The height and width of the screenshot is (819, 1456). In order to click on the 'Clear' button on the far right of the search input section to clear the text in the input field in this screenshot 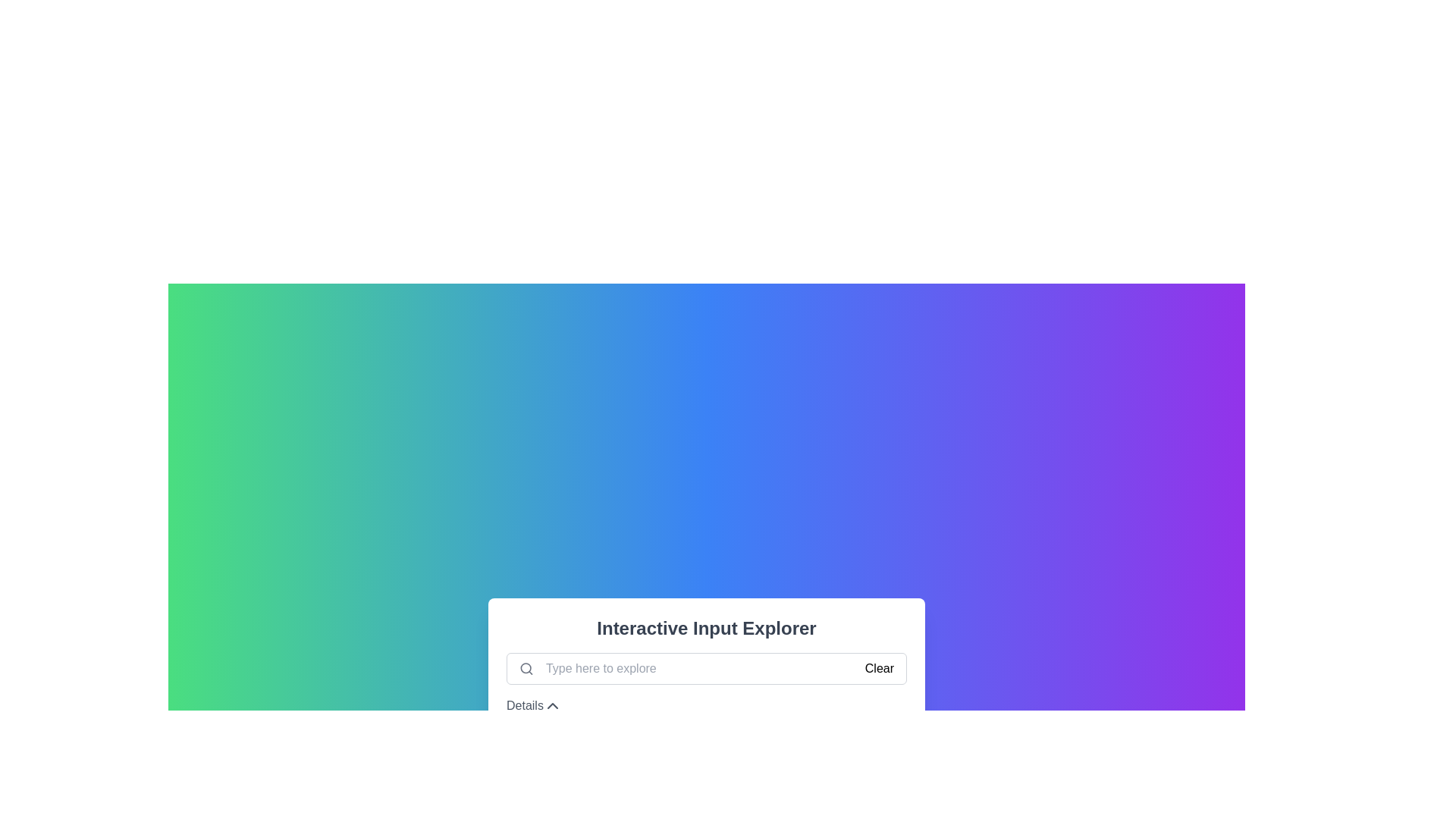, I will do `click(879, 668)`.